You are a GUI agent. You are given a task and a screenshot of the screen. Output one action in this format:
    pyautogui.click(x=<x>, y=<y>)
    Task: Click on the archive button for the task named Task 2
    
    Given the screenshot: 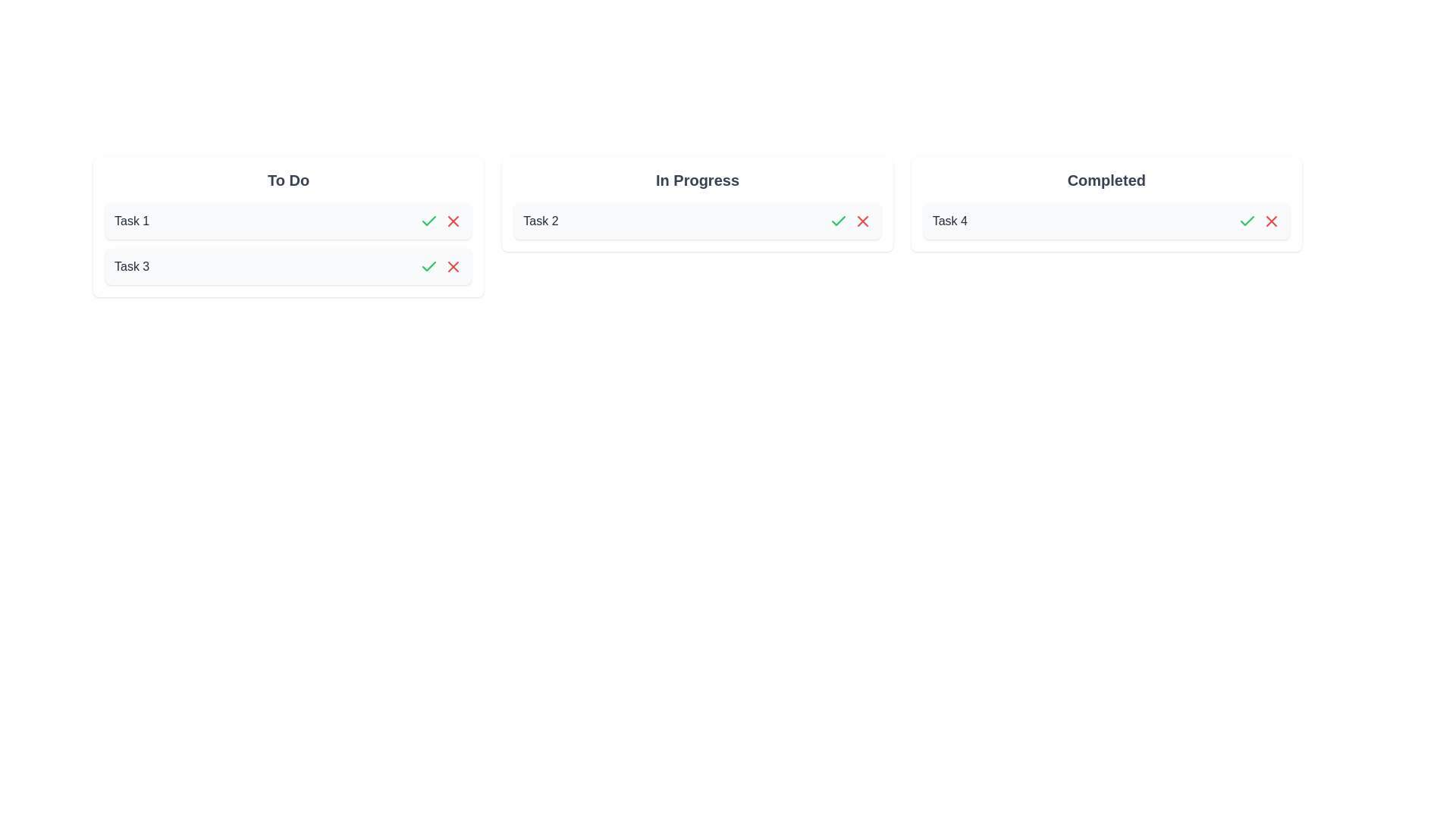 What is the action you would take?
    pyautogui.click(x=862, y=221)
    